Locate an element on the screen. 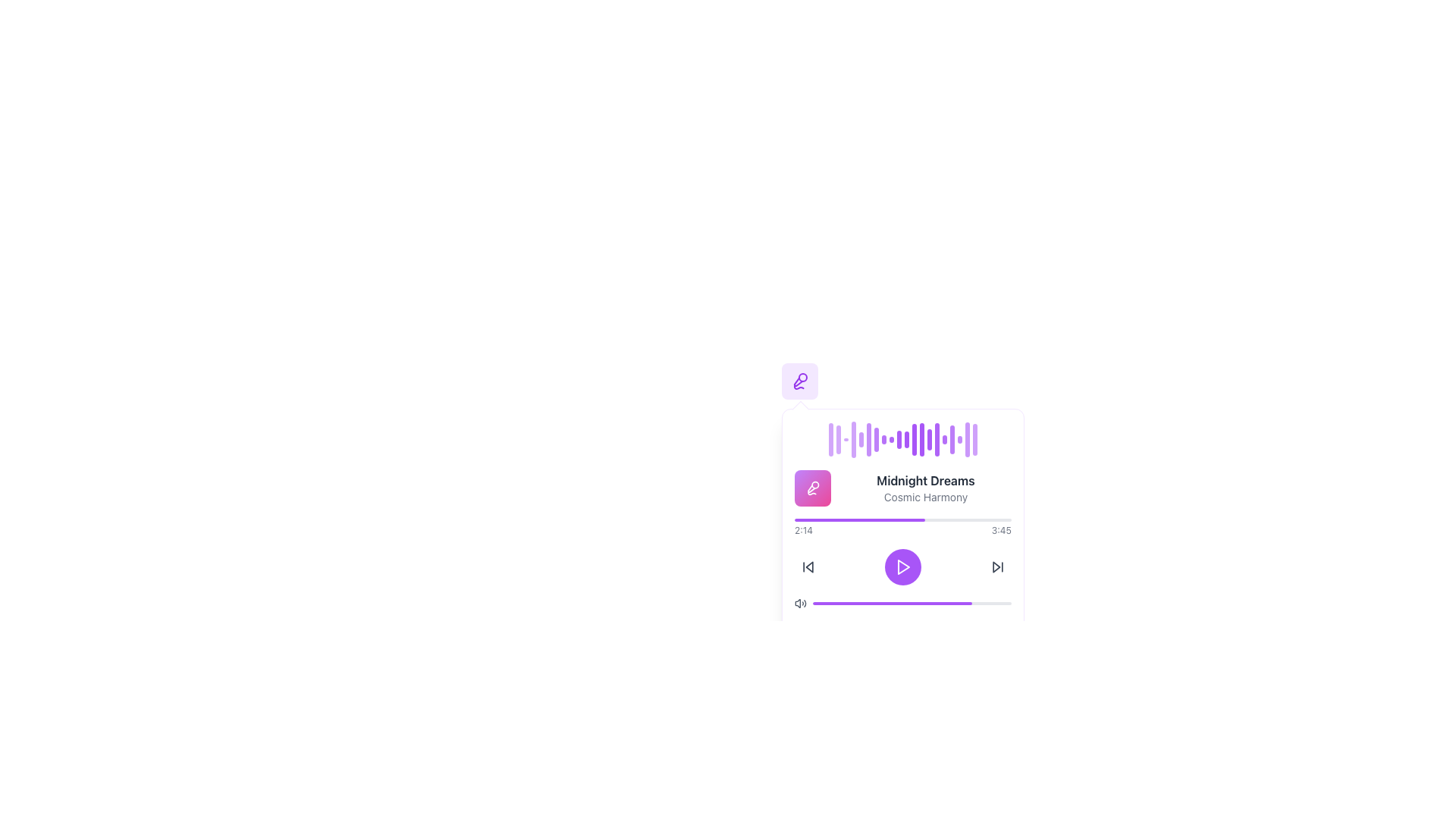 Image resolution: width=1456 pixels, height=819 pixels. the volume icon resembling a speaker with sound waves, located on the left side of the sound control area is located at coordinates (797, 602).